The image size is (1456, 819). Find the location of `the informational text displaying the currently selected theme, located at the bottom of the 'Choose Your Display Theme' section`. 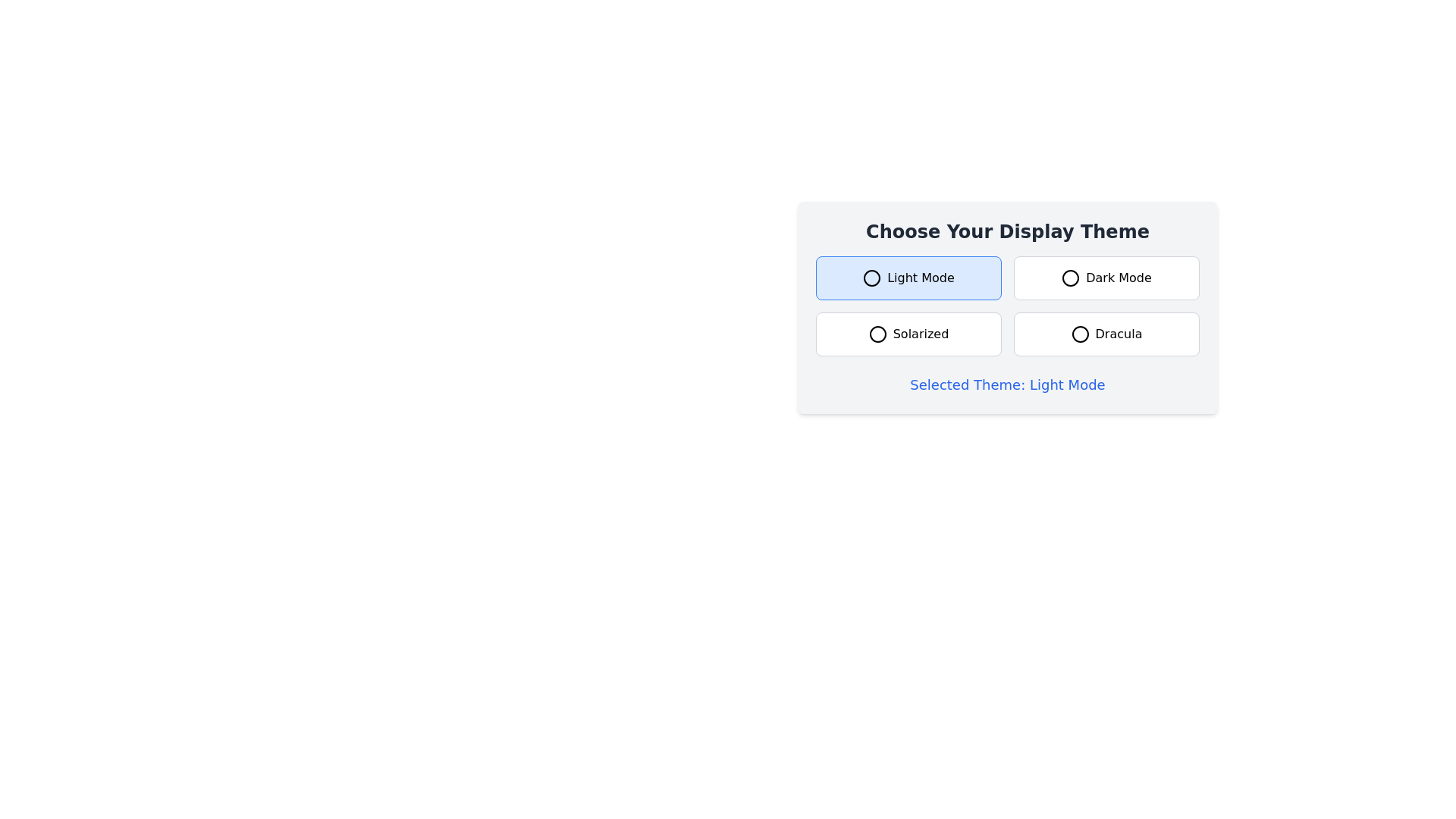

the informational text displaying the currently selected theme, located at the bottom of the 'Choose Your Display Theme' section is located at coordinates (1008, 384).